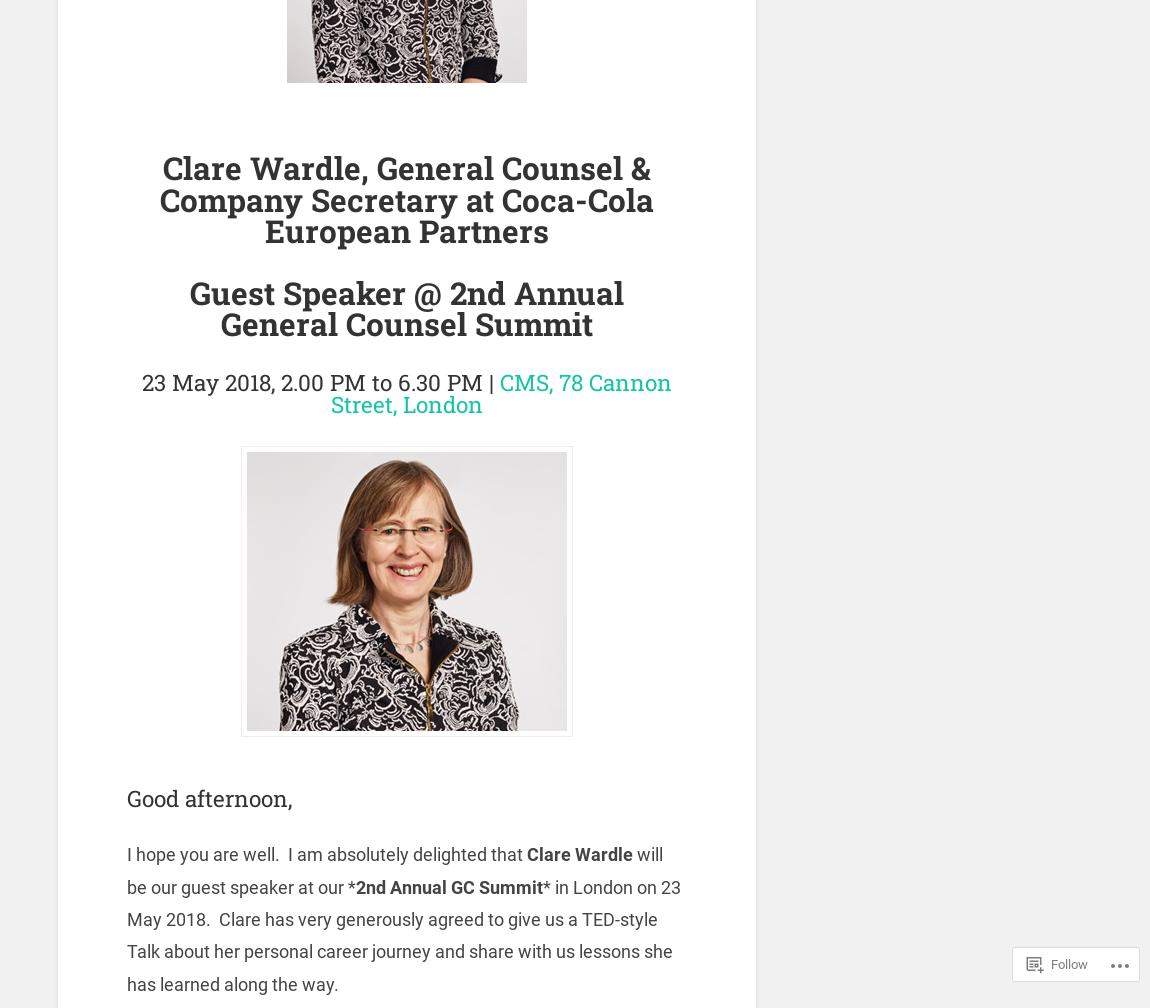 Image resolution: width=1150 pixels, height=1008 pixels. I want to click on 'Clare Wardle', so click(527, 854).